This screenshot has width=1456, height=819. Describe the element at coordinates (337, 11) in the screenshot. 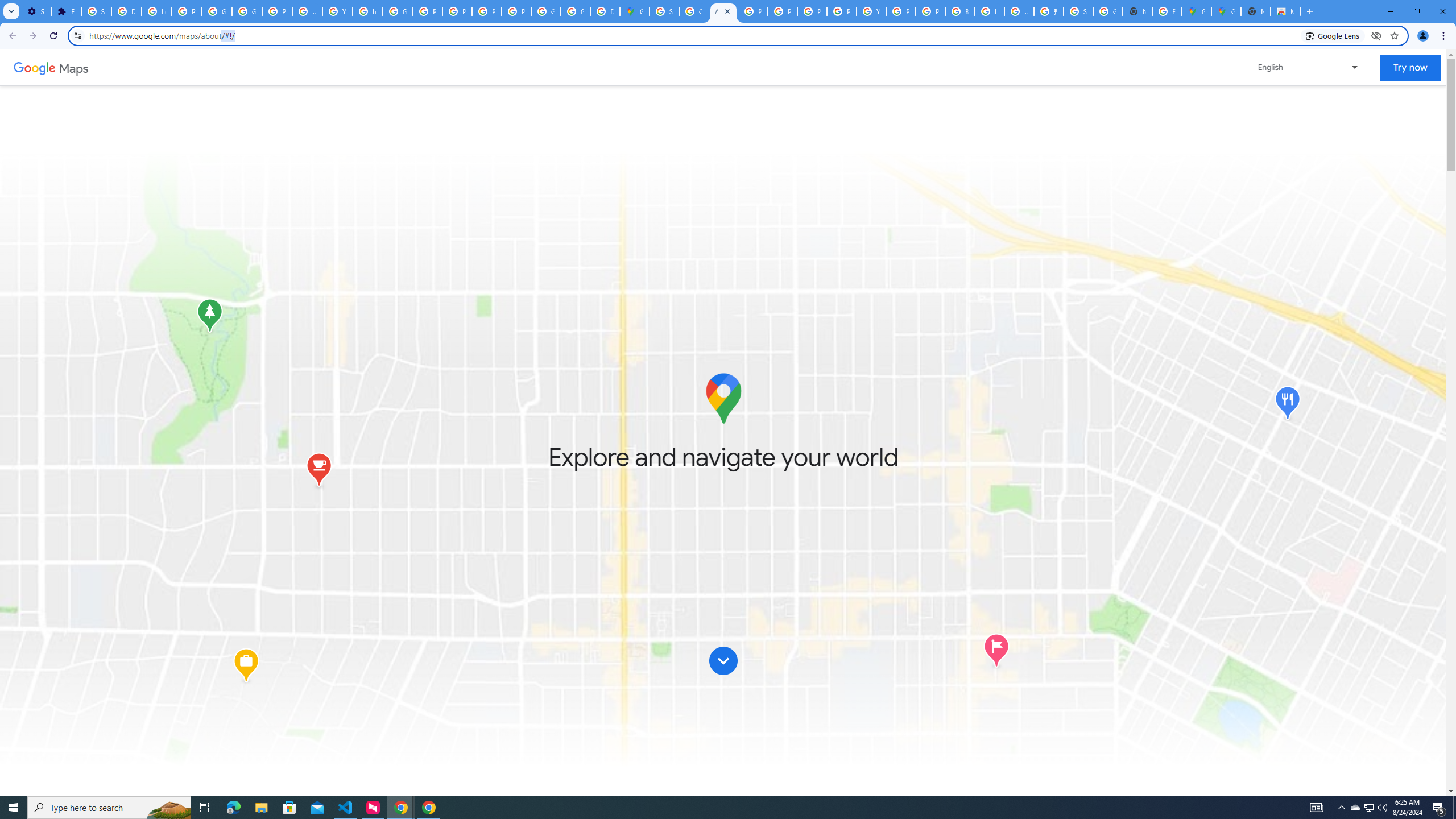

I see `'YouTube'` at that location.